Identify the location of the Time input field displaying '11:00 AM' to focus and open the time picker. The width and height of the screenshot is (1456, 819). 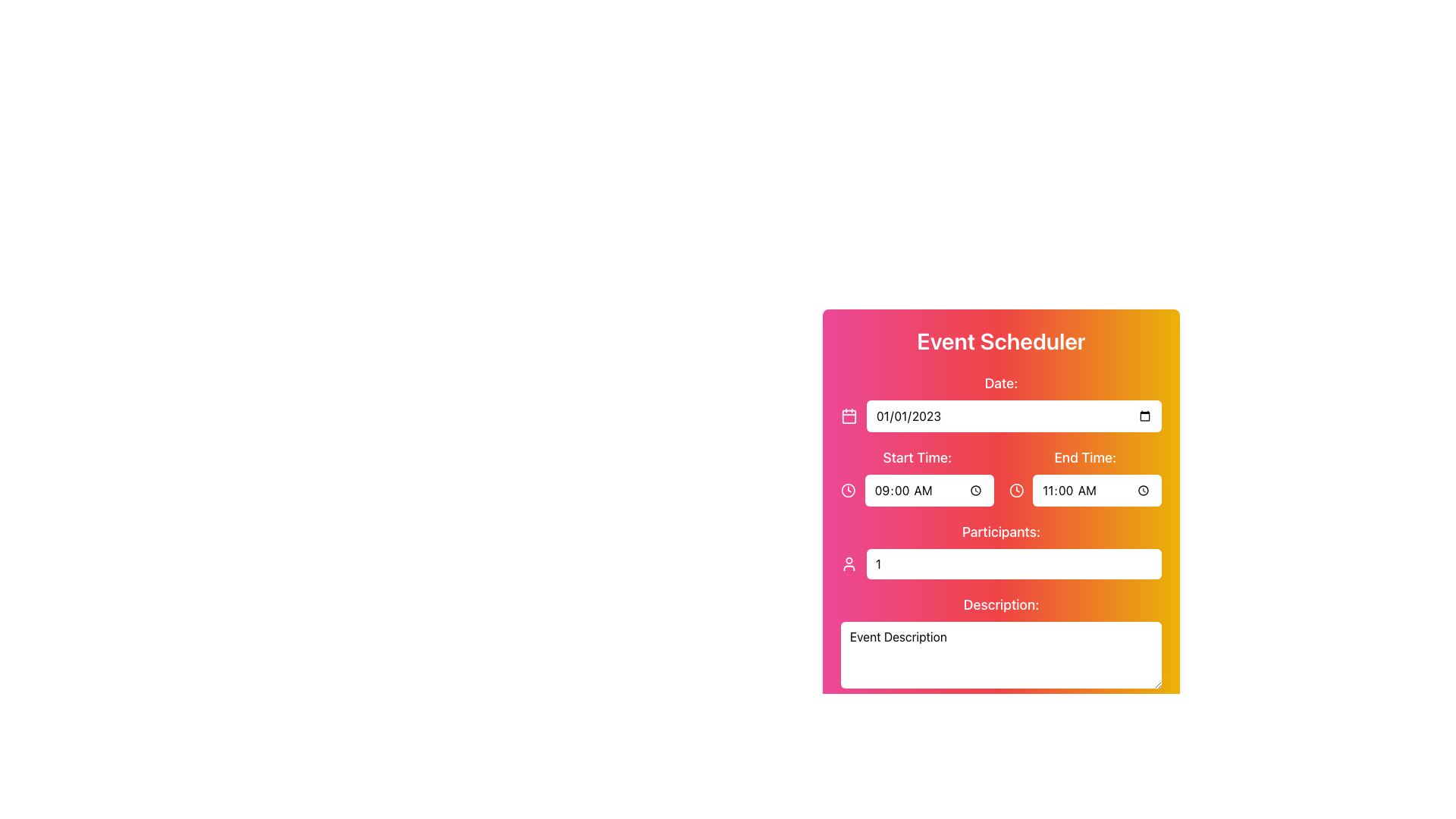
(1097, 491).